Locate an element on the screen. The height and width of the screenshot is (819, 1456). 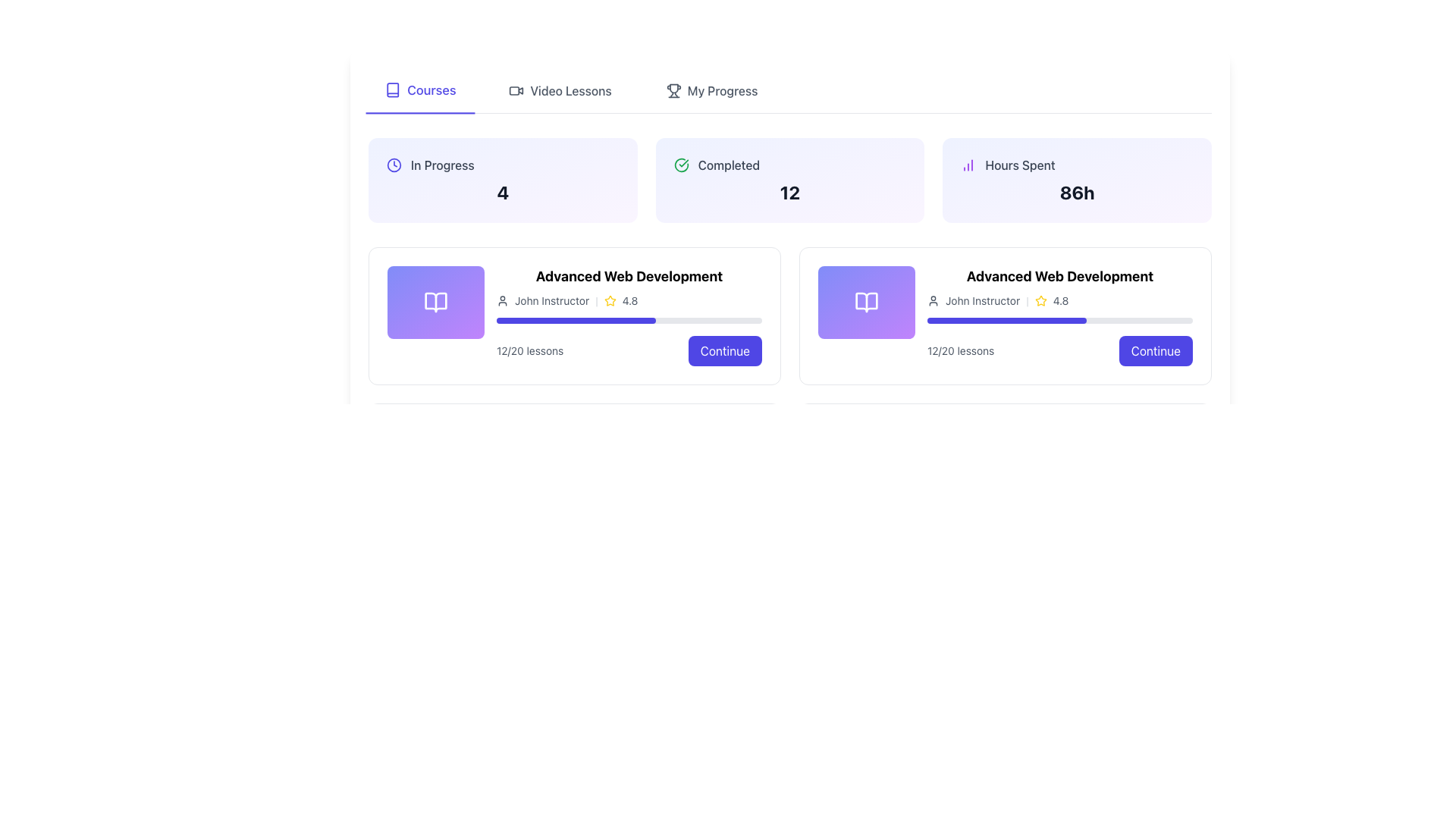
the large, bold number '4' inside the gradient purple rectangular card labeled 'In Progress' is located at coordinates (503, 192).